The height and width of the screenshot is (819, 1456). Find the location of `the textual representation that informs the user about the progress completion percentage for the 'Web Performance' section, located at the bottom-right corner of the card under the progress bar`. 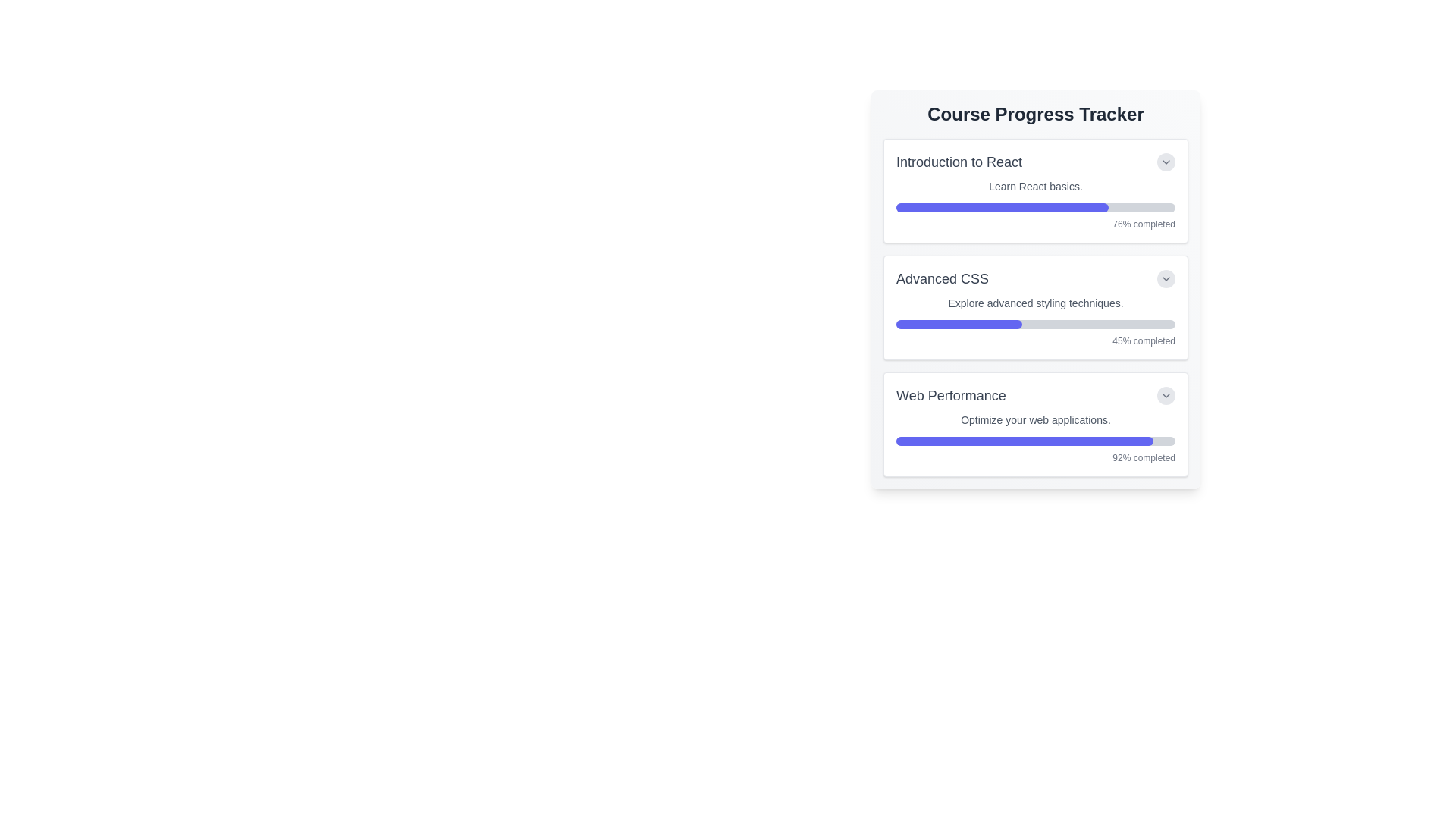

the textual representation that informs the user about the progress completion percentage for the 'Web Performance' section, located at the bottom-right corner of the card under the progress bar is located at coordinates (1035, 457).